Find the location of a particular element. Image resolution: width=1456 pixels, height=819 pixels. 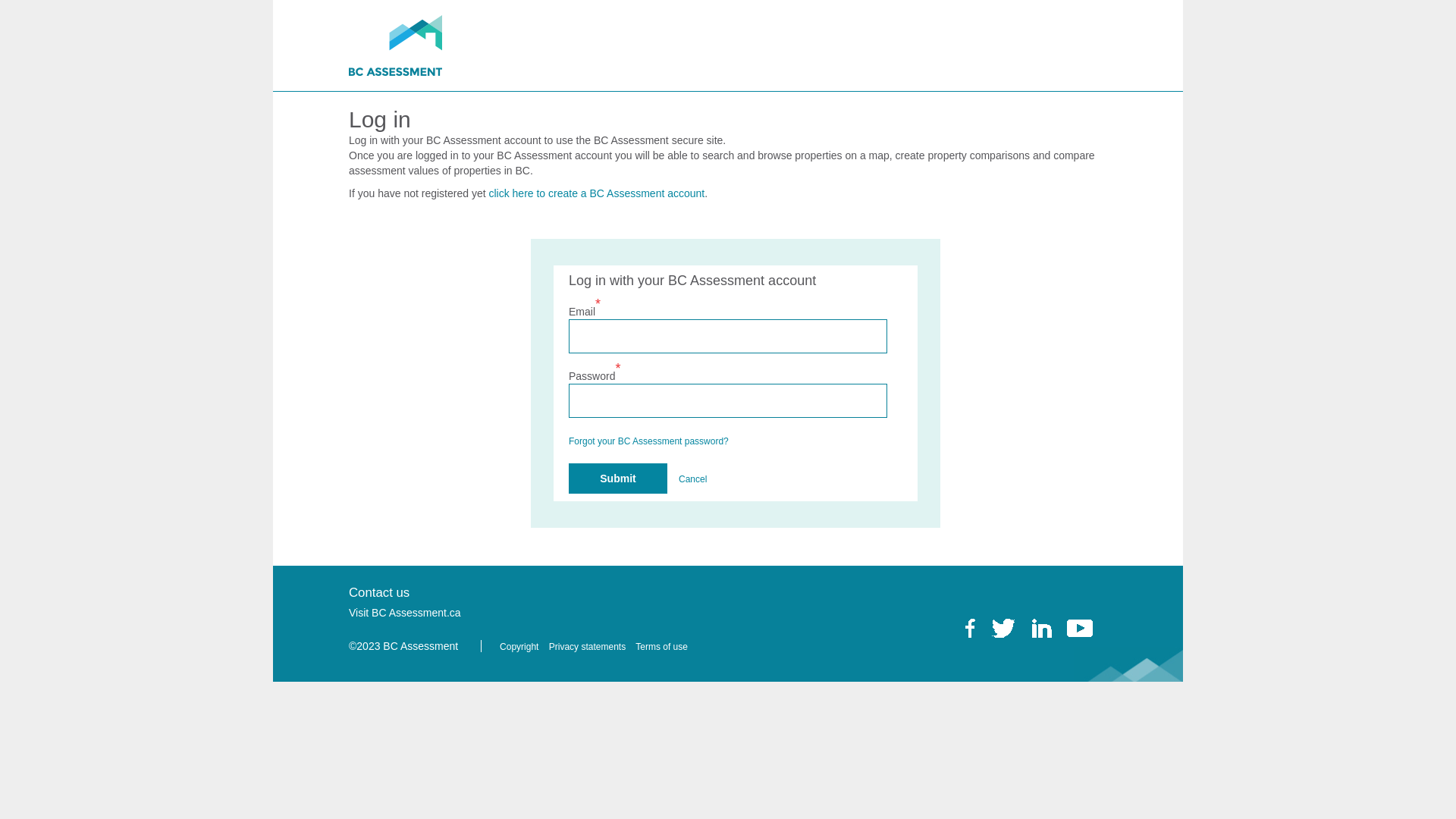

'Visit BC Assessment.ca' is located at coordinates (408, 611).